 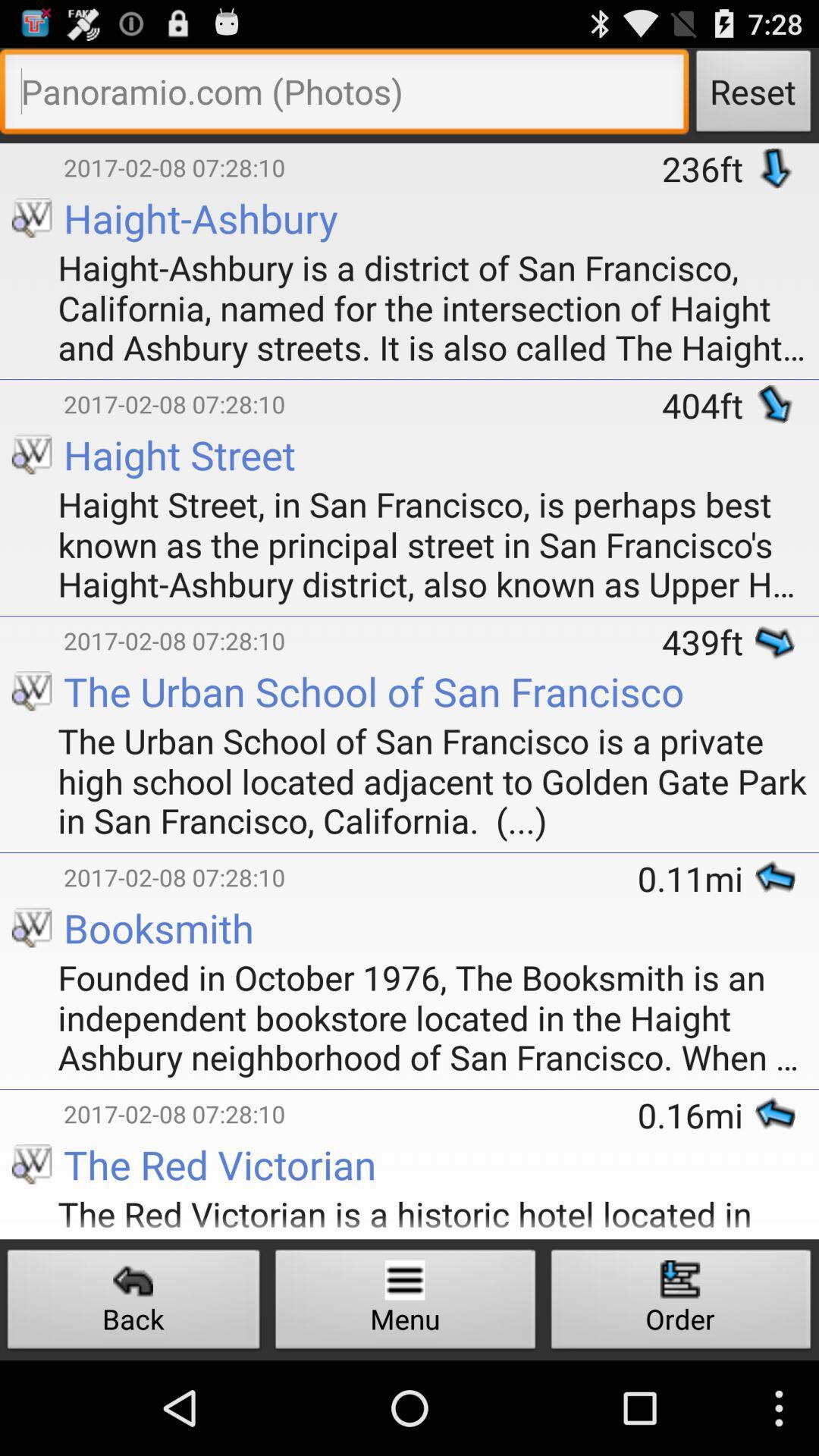 What do you see at coordinates (14, 1192) in the screenshot?
I see `app next to the the red victorian` at bounding box center [14, 1192].